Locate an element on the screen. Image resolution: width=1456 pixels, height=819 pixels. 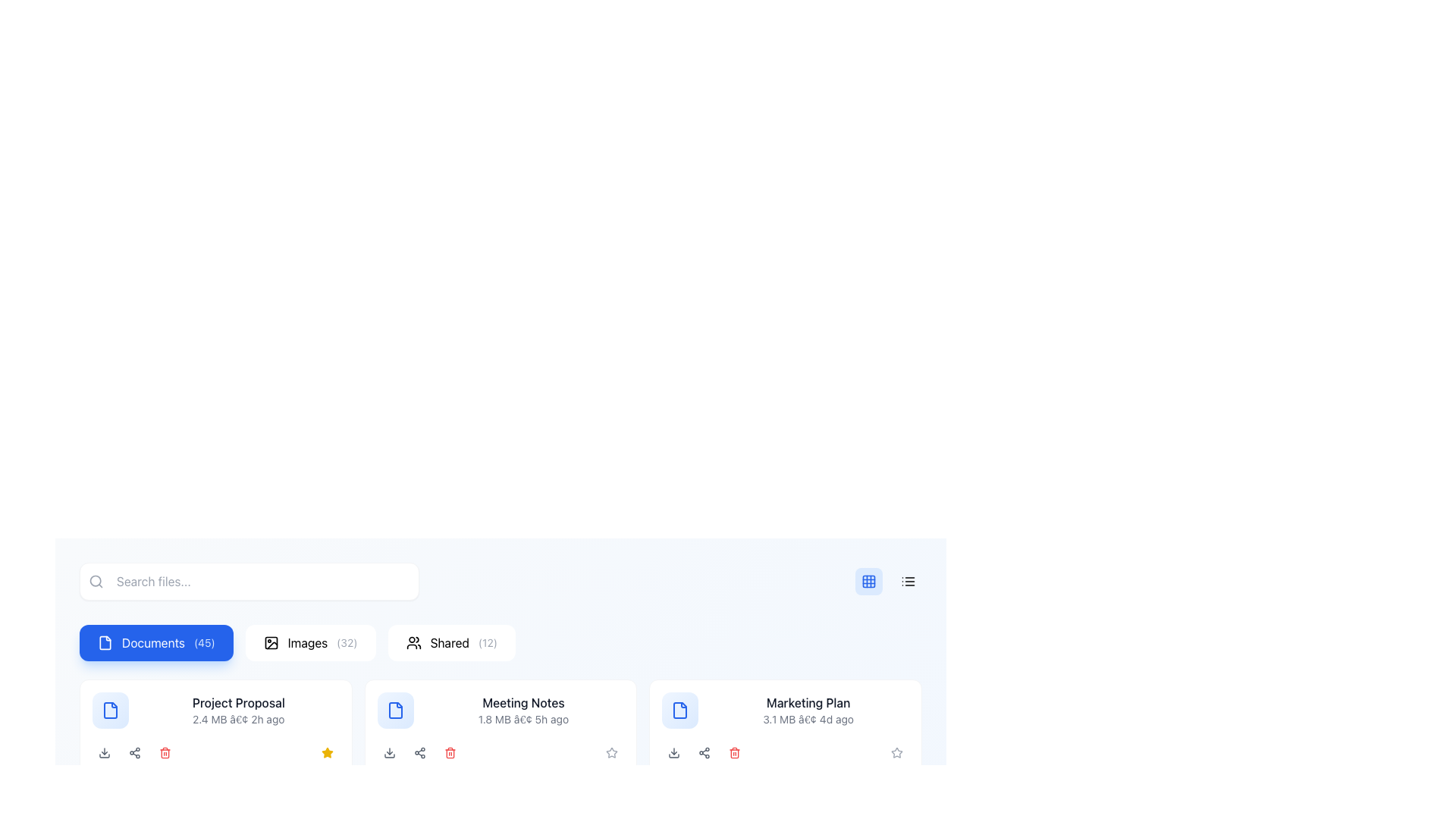
the 'Marketing Plan' document icon is located at coordinates (679, 711).